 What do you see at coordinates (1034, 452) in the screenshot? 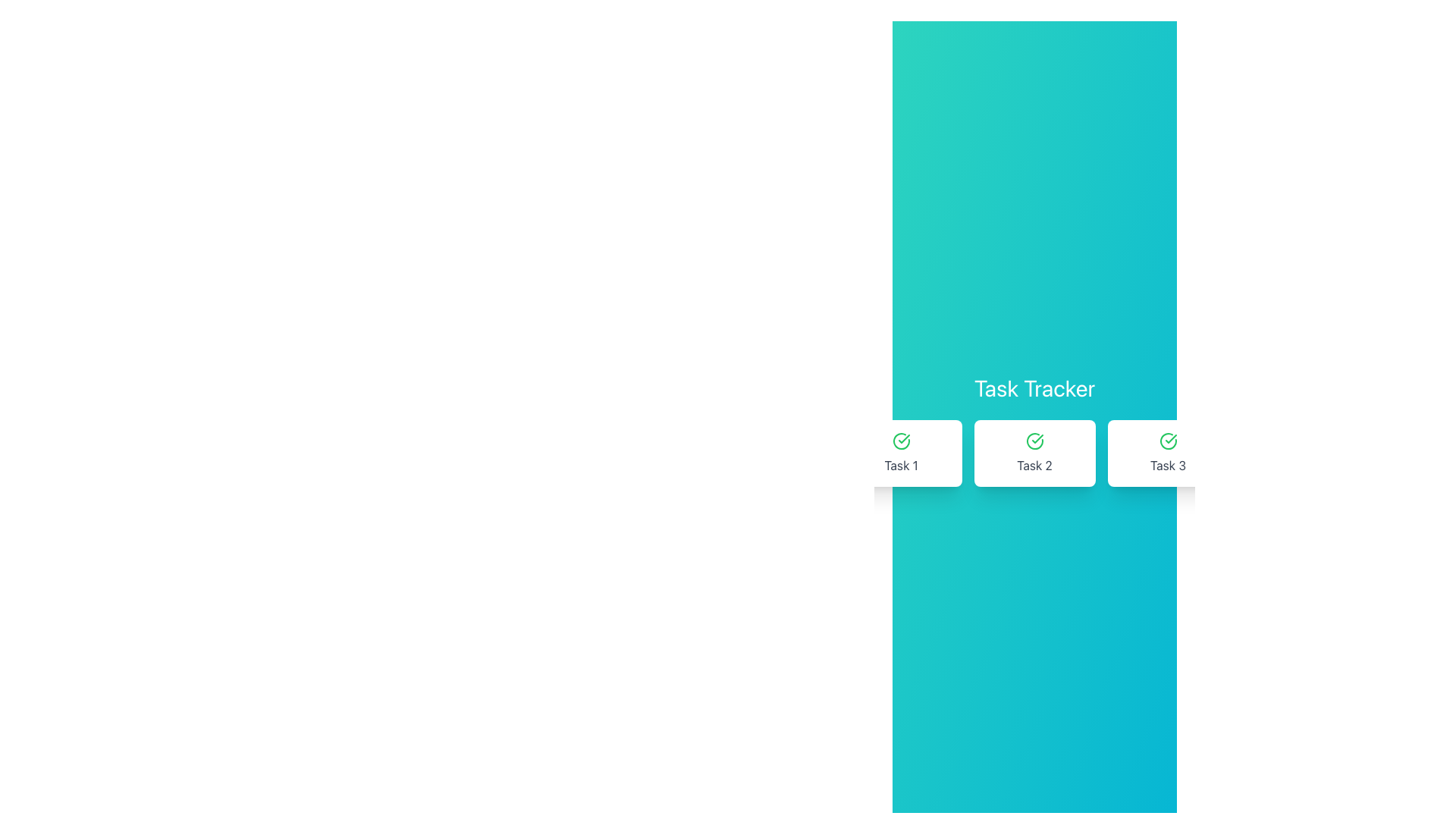
I see `the second card labeled 'Task 2', which is a white rectangular card with a green checkmark icon at the top and gray text below it` at bounding box center [1034, 452].